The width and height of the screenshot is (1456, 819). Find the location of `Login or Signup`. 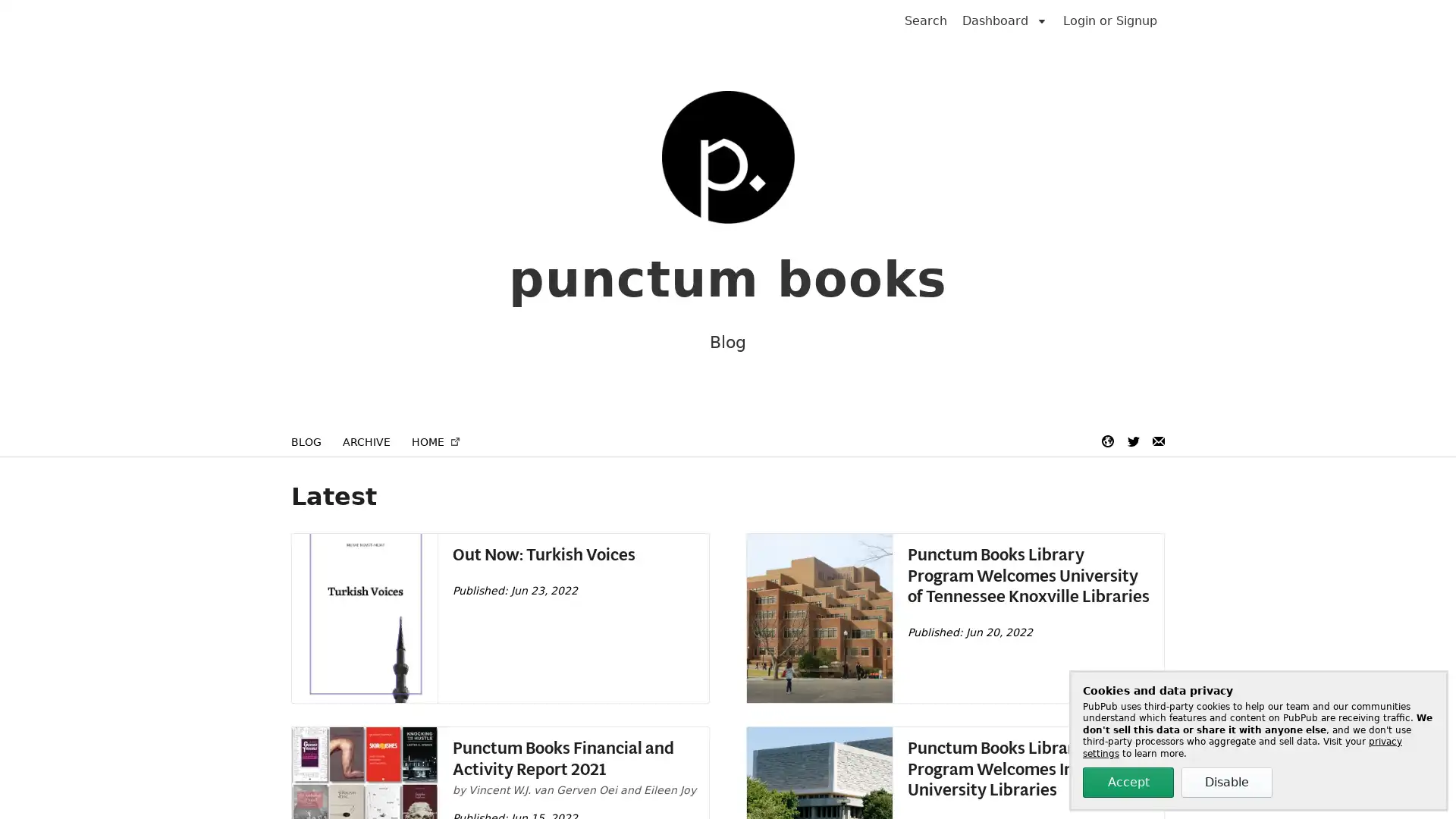

Login or Signup is located at coordinates (1110, 20).